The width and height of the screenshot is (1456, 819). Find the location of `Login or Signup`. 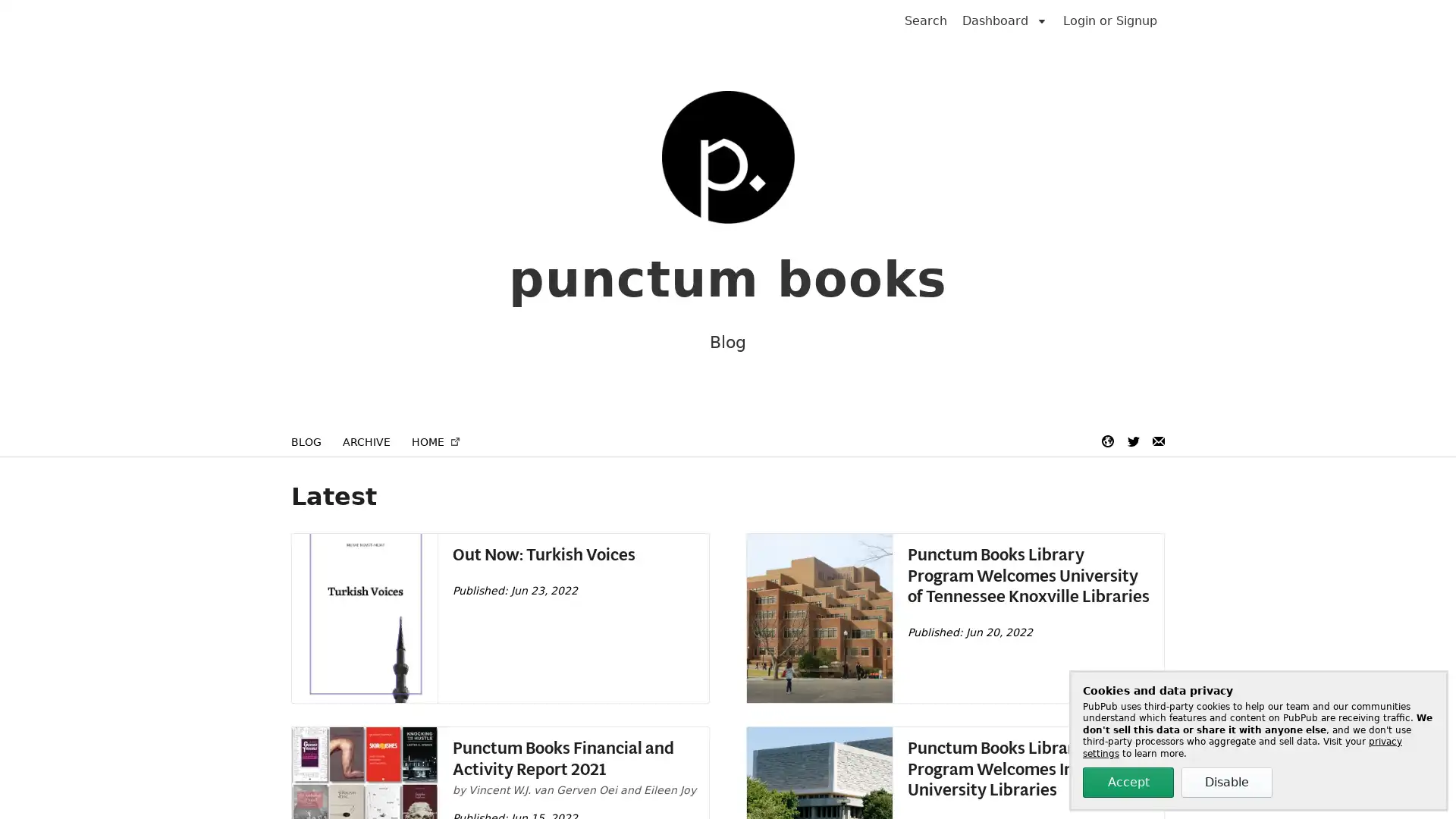

Login or Signup is located at coordinates (1110, 20).